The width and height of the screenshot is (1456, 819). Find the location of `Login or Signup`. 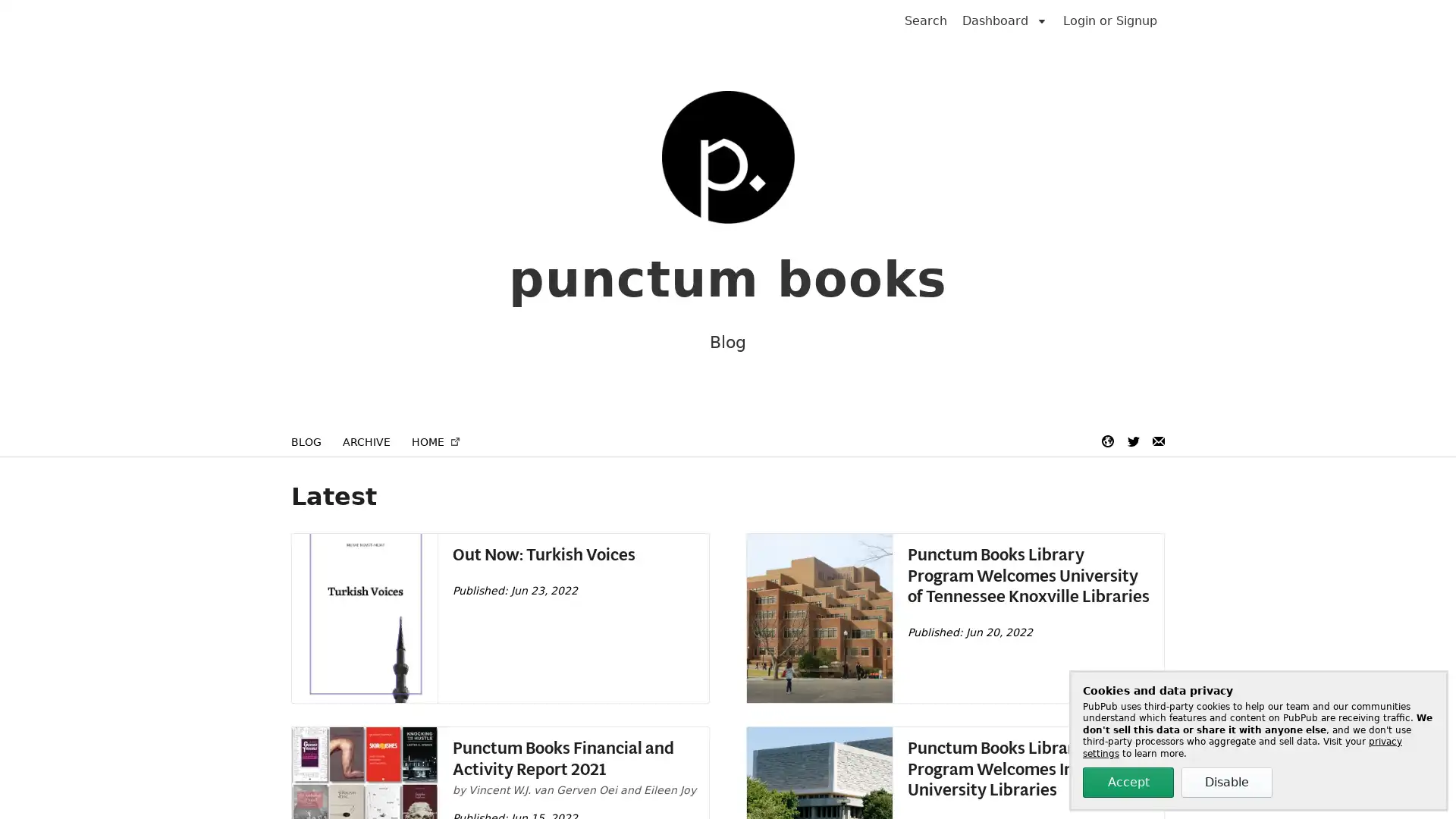

Login or Signup is located at coordinates (1110, 20).